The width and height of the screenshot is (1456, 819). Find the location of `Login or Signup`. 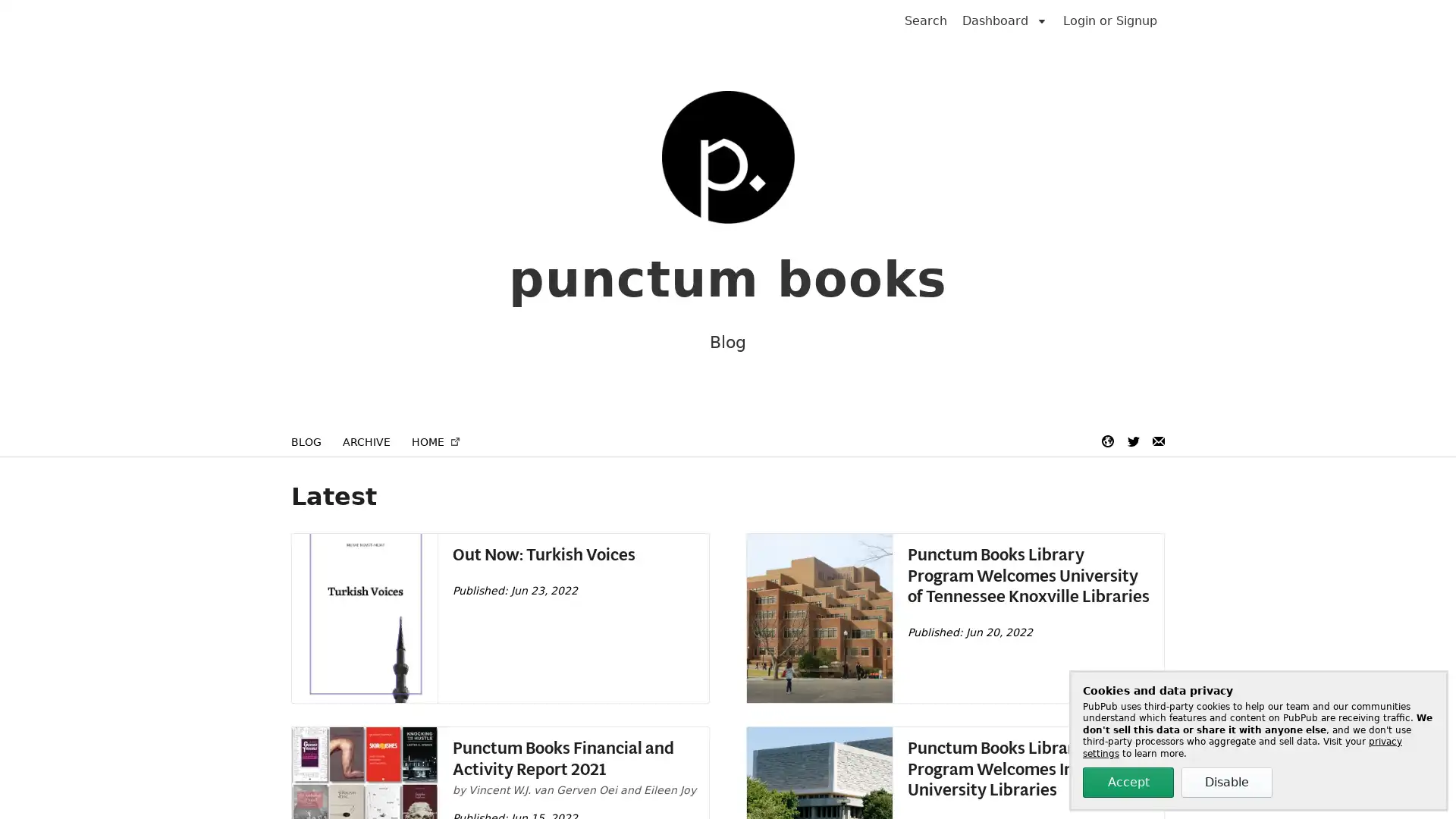

Login or Signup is located at coordinates (1110, 20).